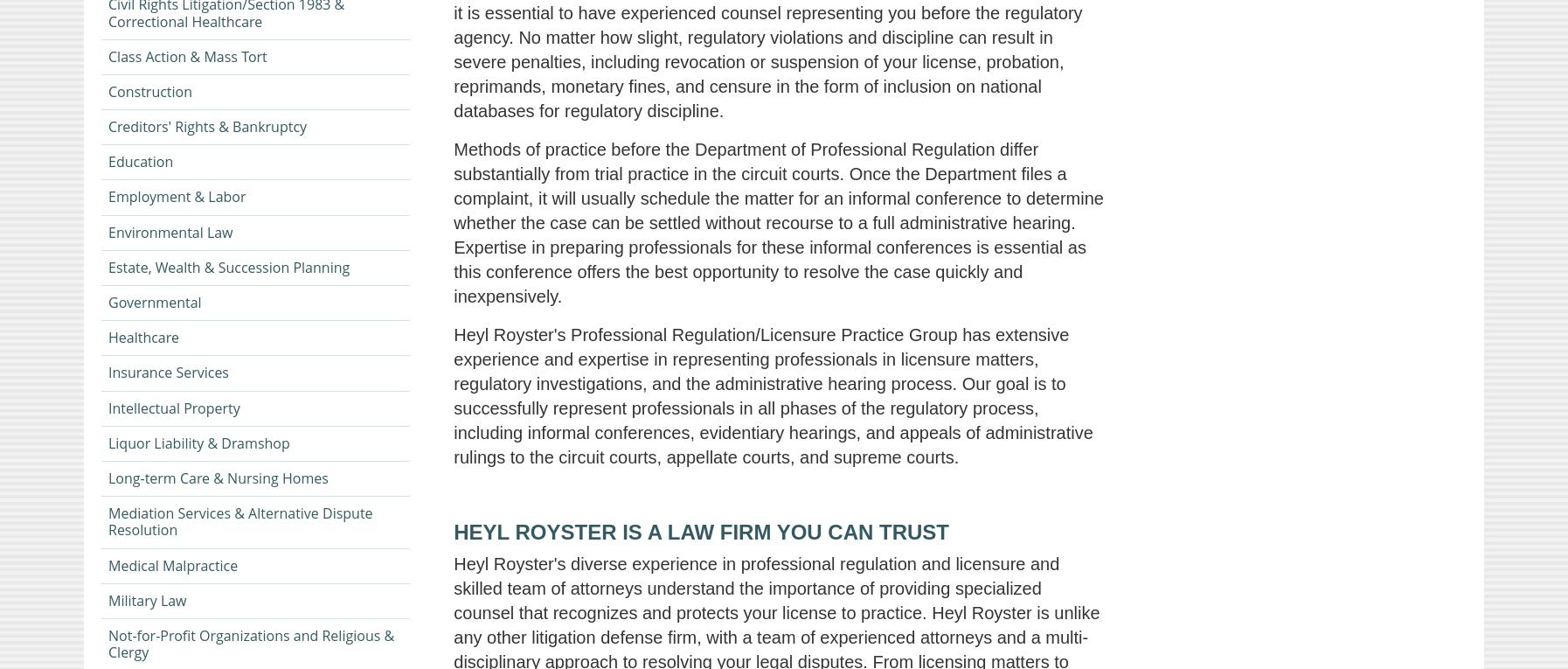 The image size is (1568, 669). I want to click on 'Creditors' Rights & Bankruptcy', so click(107, 126).